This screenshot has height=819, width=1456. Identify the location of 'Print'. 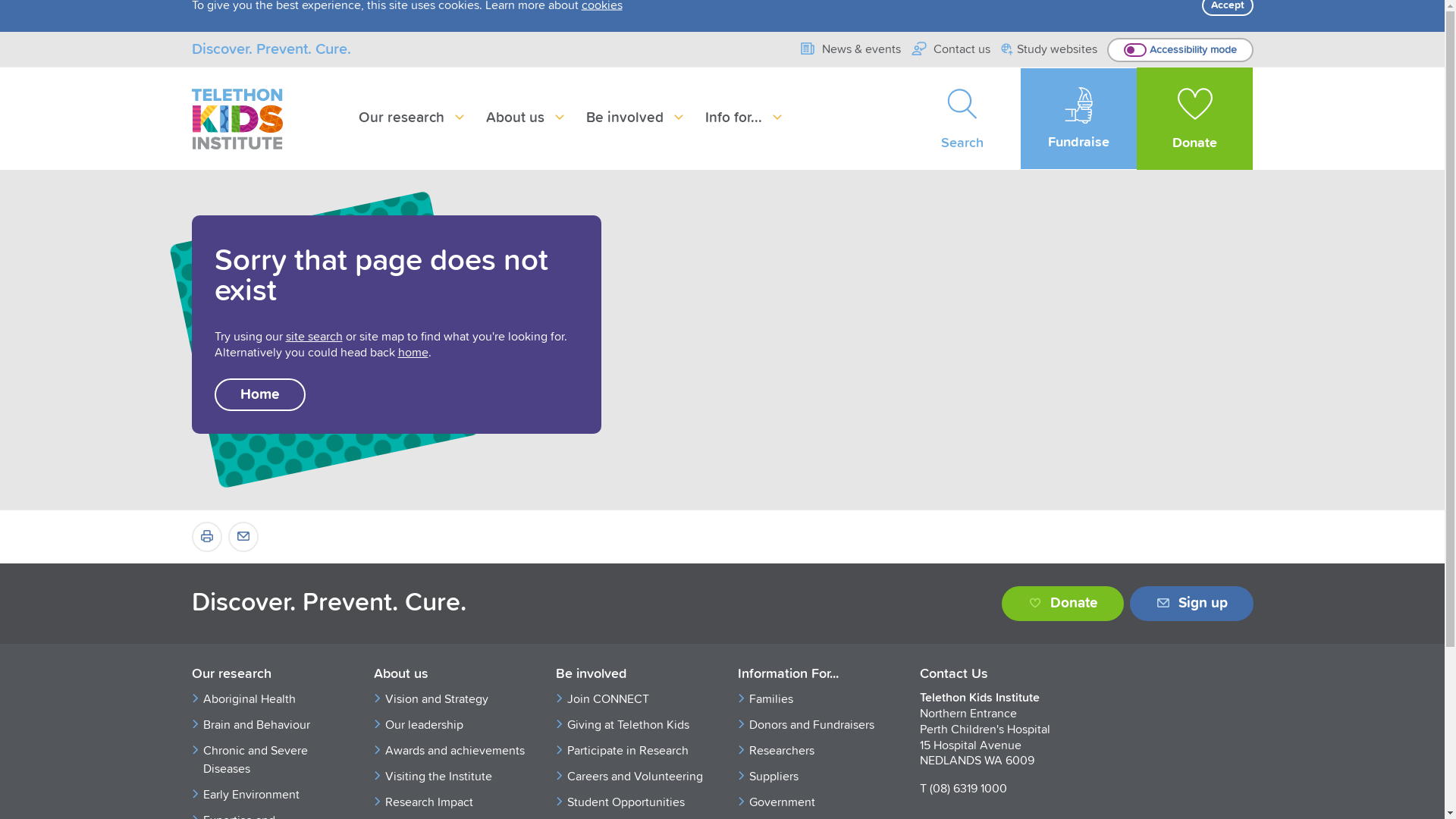
(206, 536).